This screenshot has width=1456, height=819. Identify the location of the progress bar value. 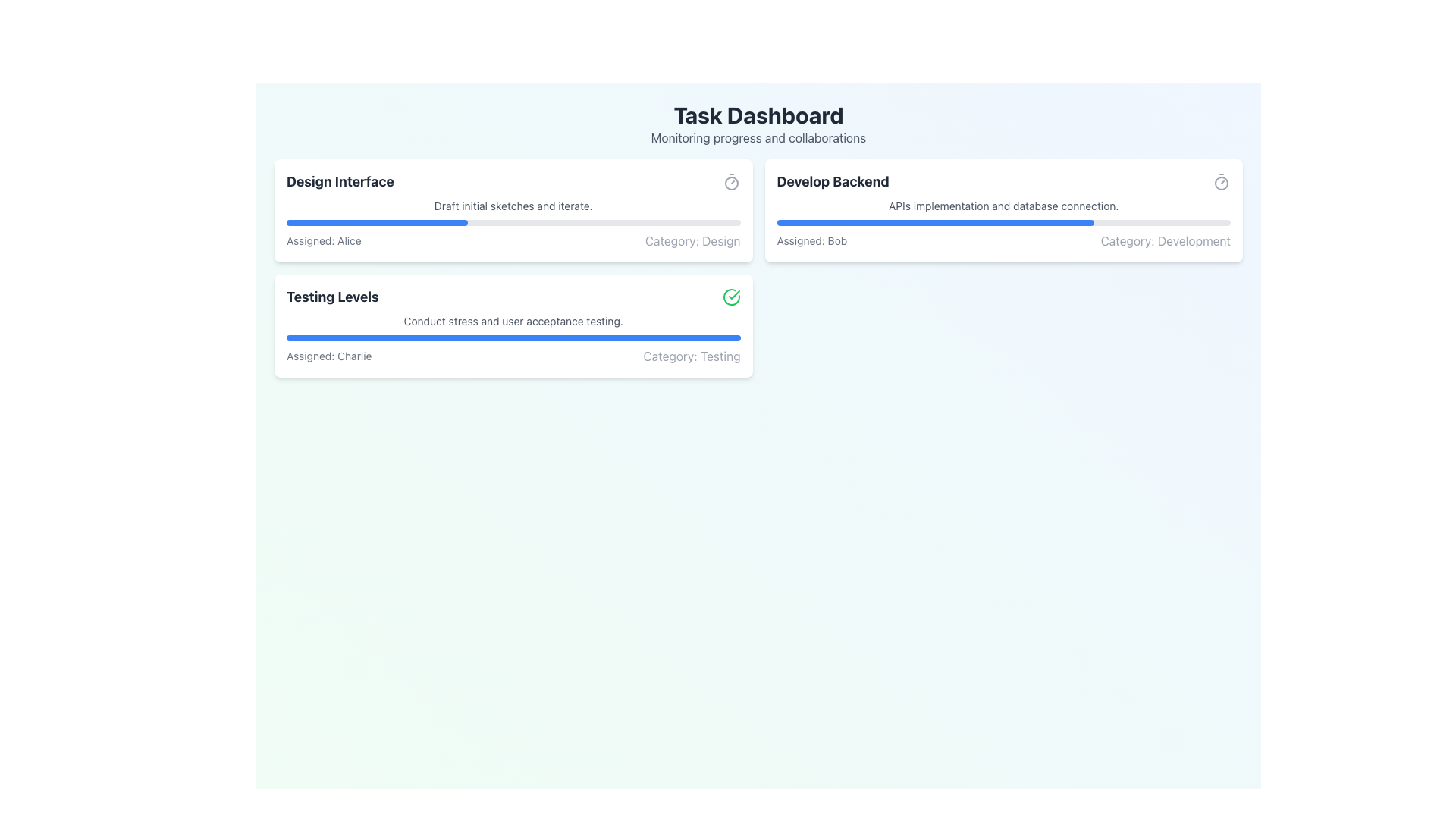
(977, 222).